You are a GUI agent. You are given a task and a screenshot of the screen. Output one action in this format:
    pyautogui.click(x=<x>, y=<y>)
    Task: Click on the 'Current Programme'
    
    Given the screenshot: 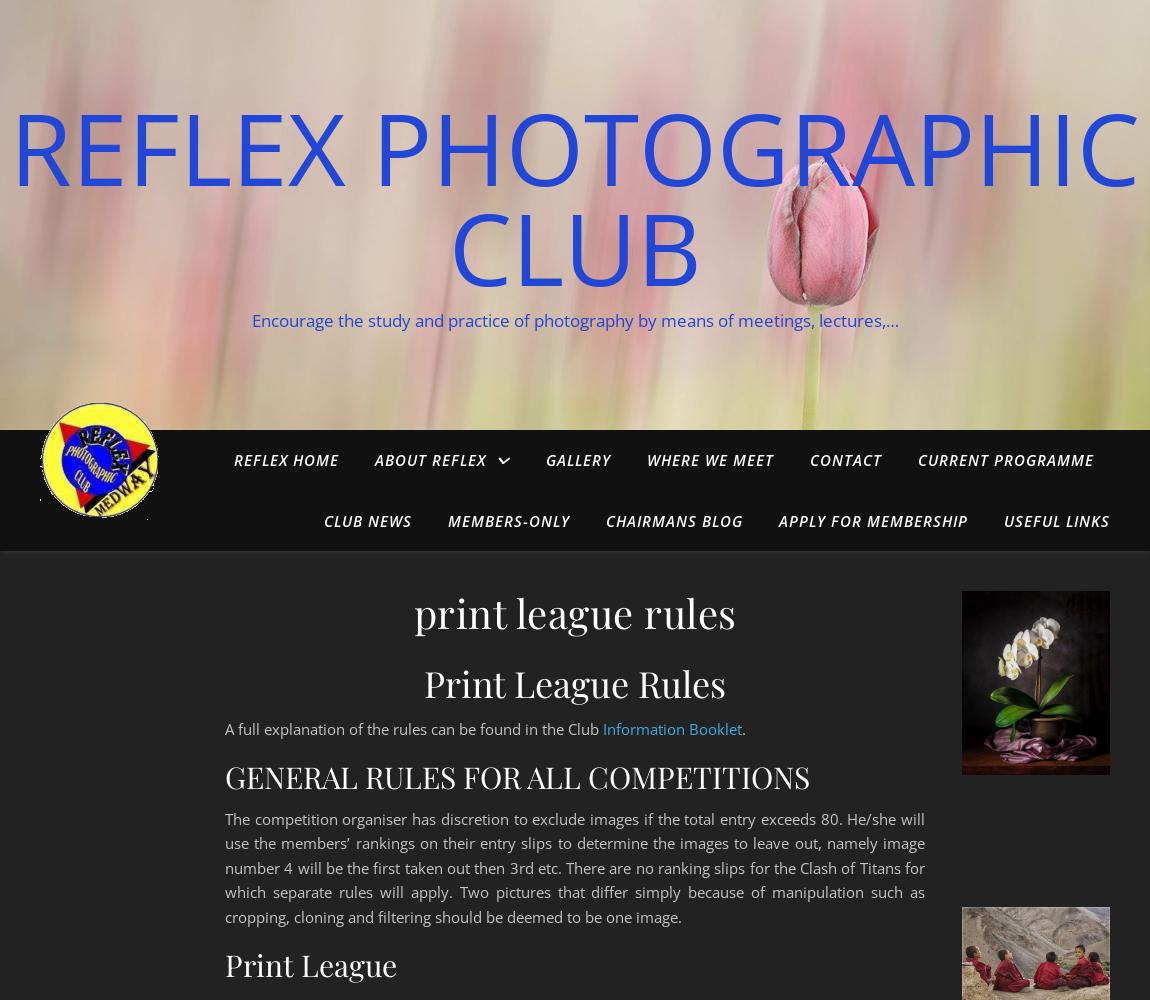 What is the action you would take?
    pyautogui.click(x=1006, y=459)
    